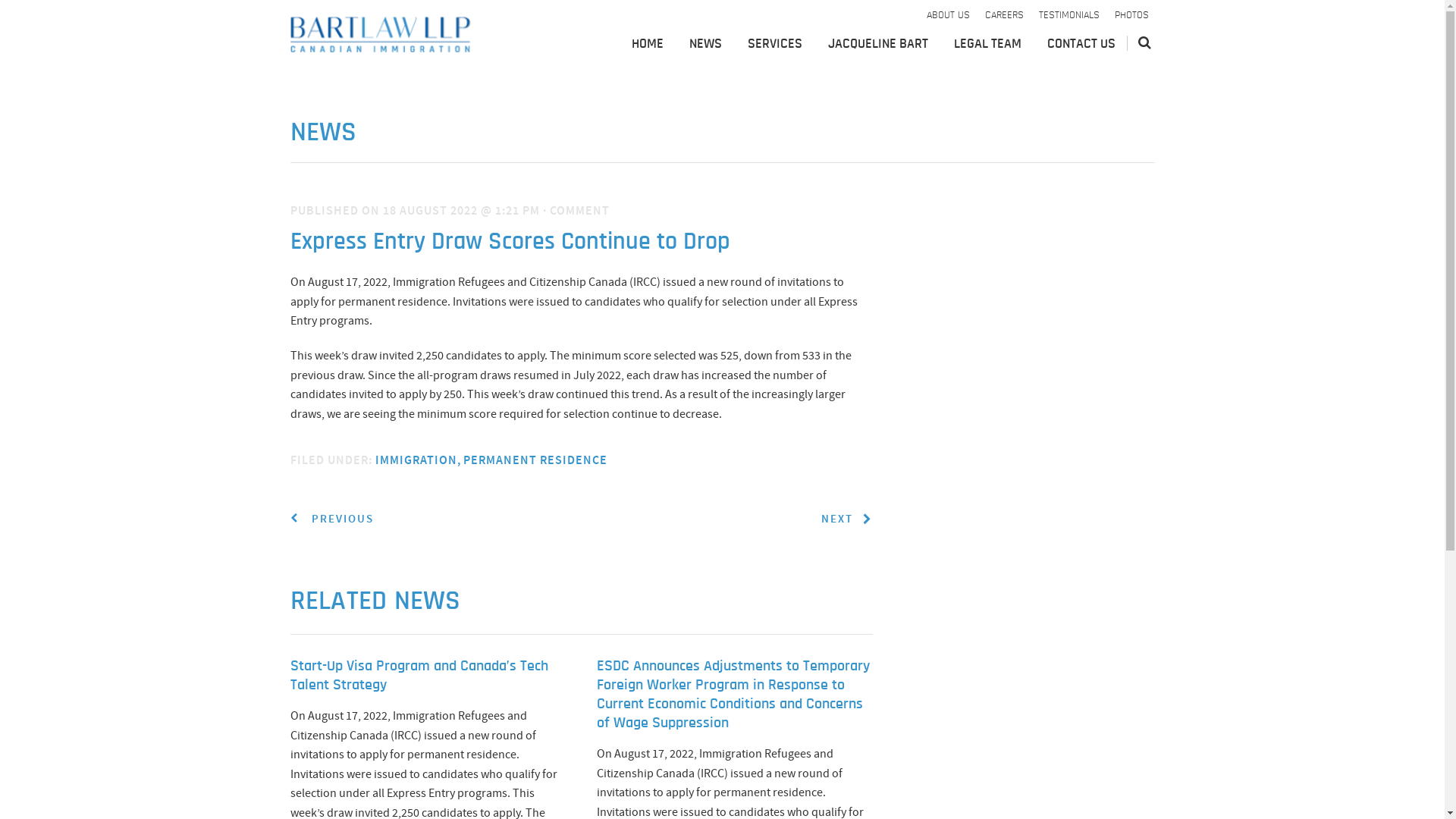 The image size is (1456, 819). I want to click on 'ABOUT US', so click(947, 15).